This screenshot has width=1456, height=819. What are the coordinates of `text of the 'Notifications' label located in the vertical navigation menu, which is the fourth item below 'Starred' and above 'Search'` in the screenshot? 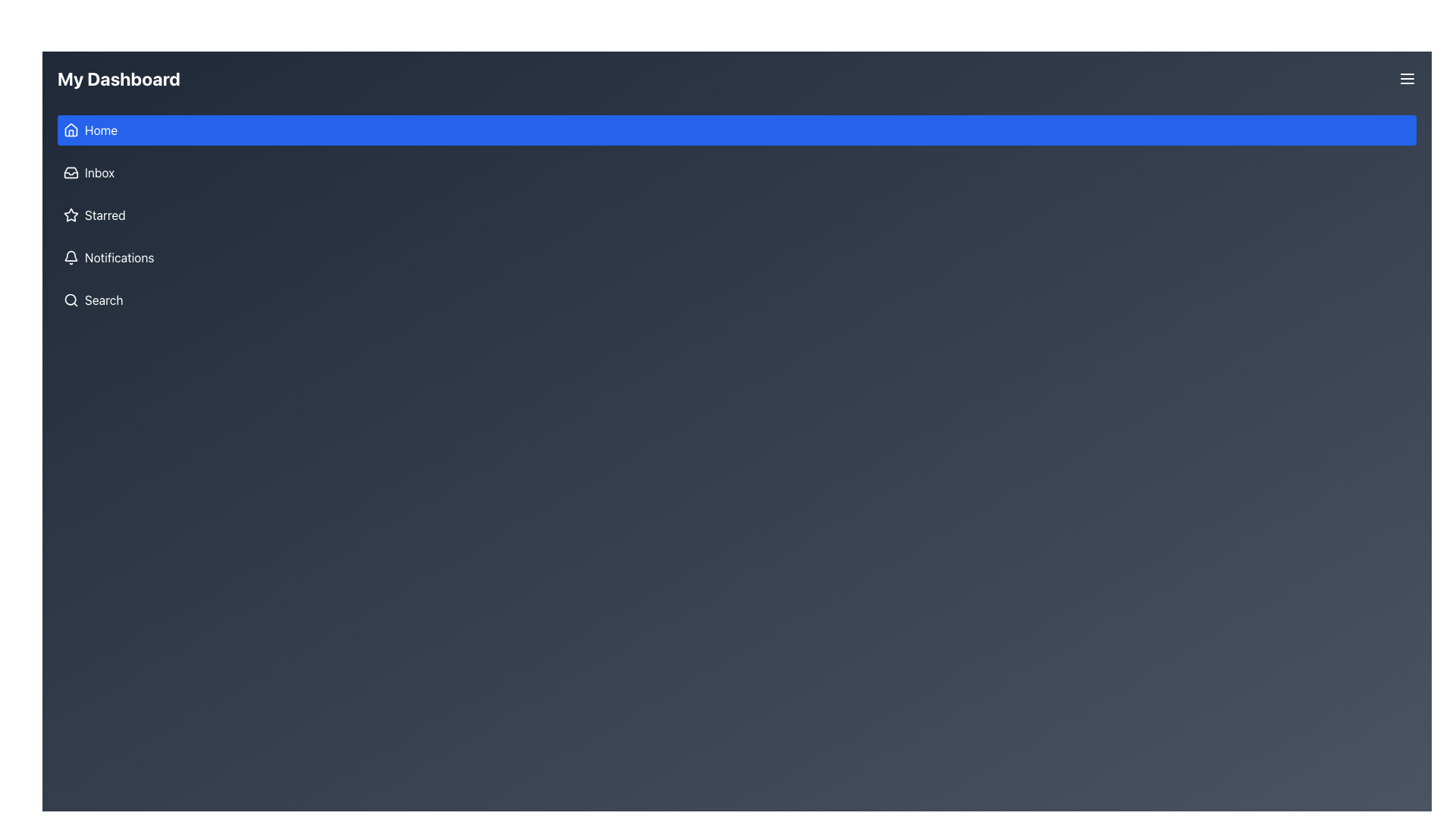 It's located at (118, 256).